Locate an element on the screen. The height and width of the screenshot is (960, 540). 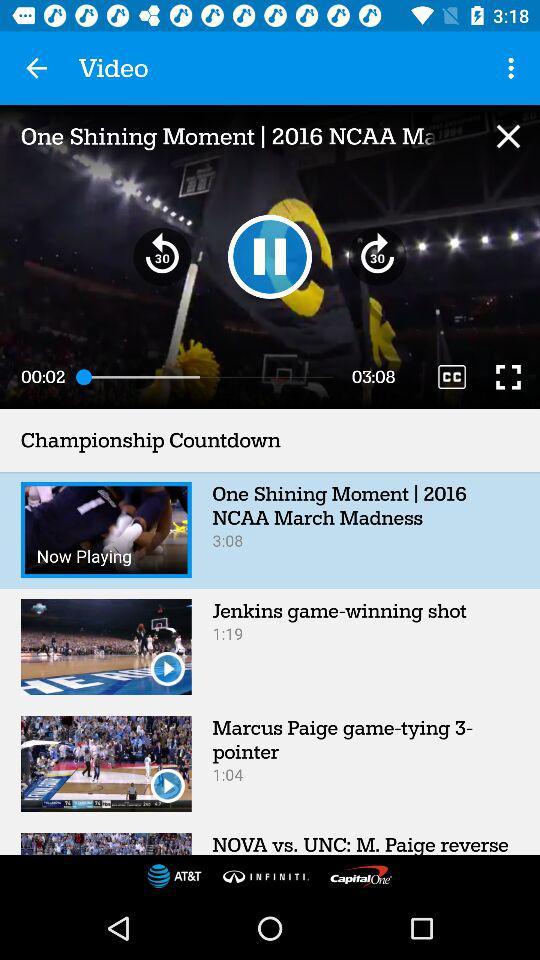
icon next to the one shining moment item is located at coordinates (513, 68).